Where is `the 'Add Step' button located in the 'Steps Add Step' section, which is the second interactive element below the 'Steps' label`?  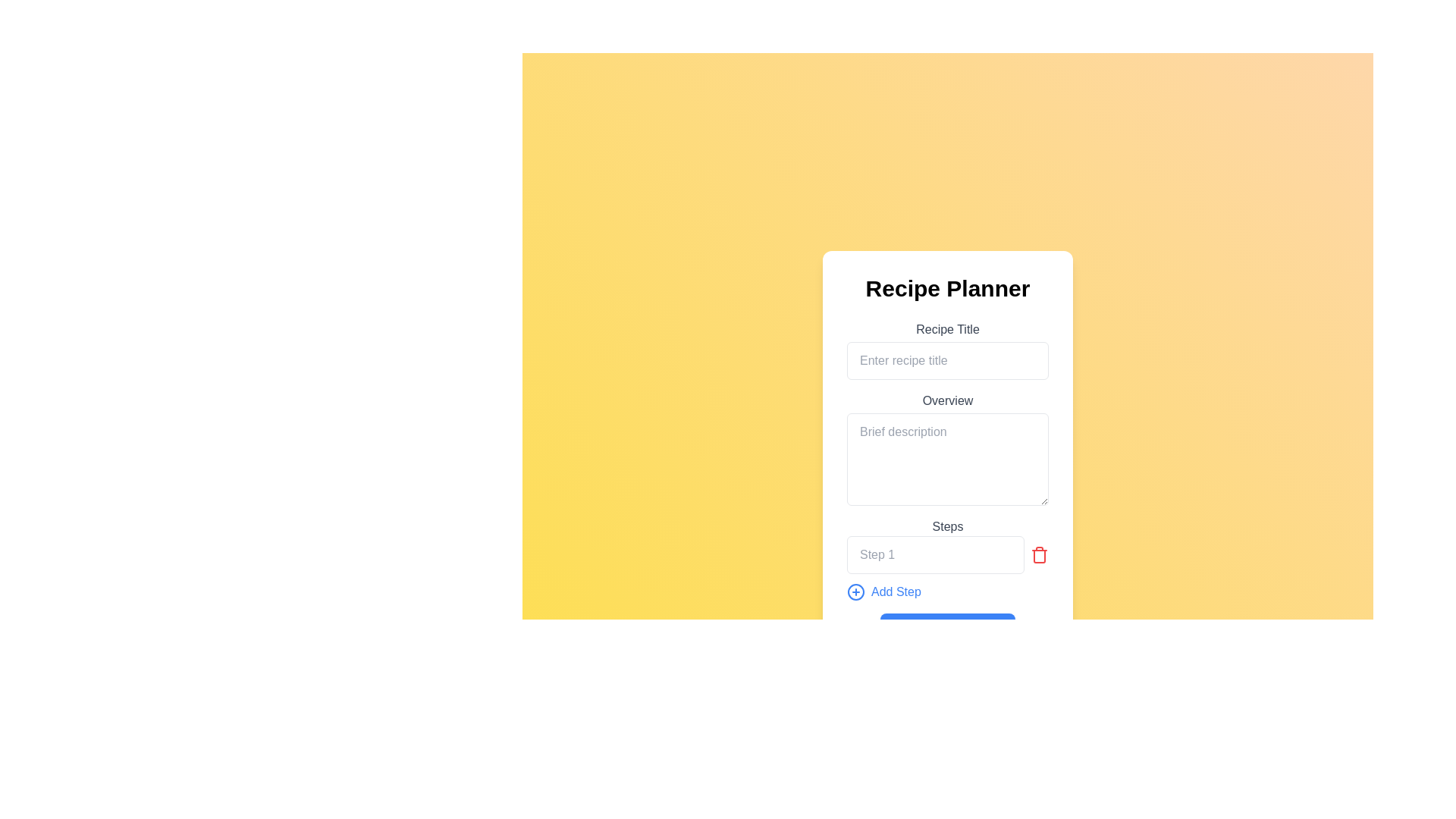 the 'Add Step' button located in the 'Steps Add Step' section, which is the second interactive element below the 'Steps' label is located at coordinates (883, 591).